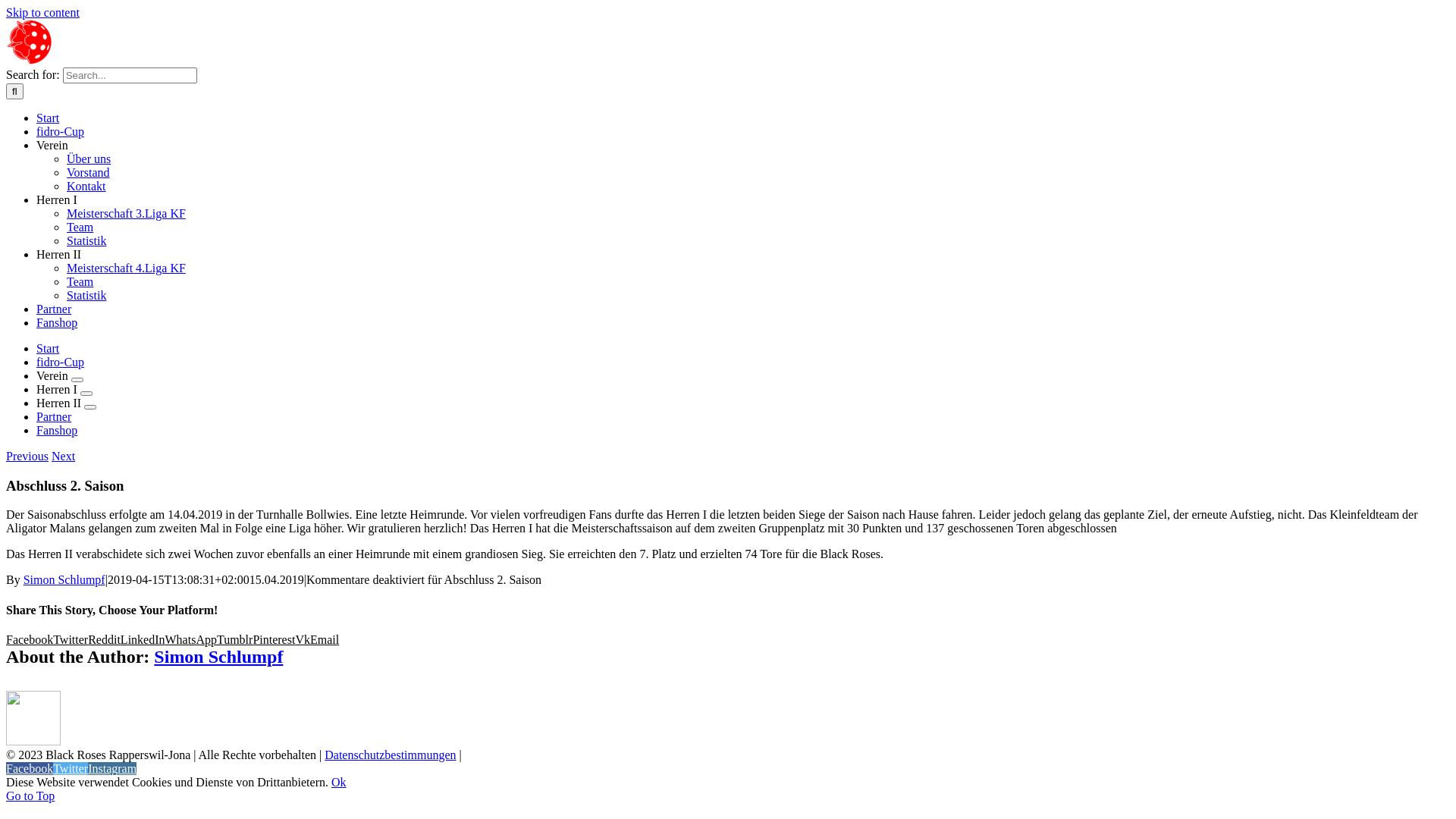 The height and width of the screenshot is (819, 1456). Describe the element at coordinates (218, 656) in the screenshot. I see `'Simon Schlumpf'` at that location.